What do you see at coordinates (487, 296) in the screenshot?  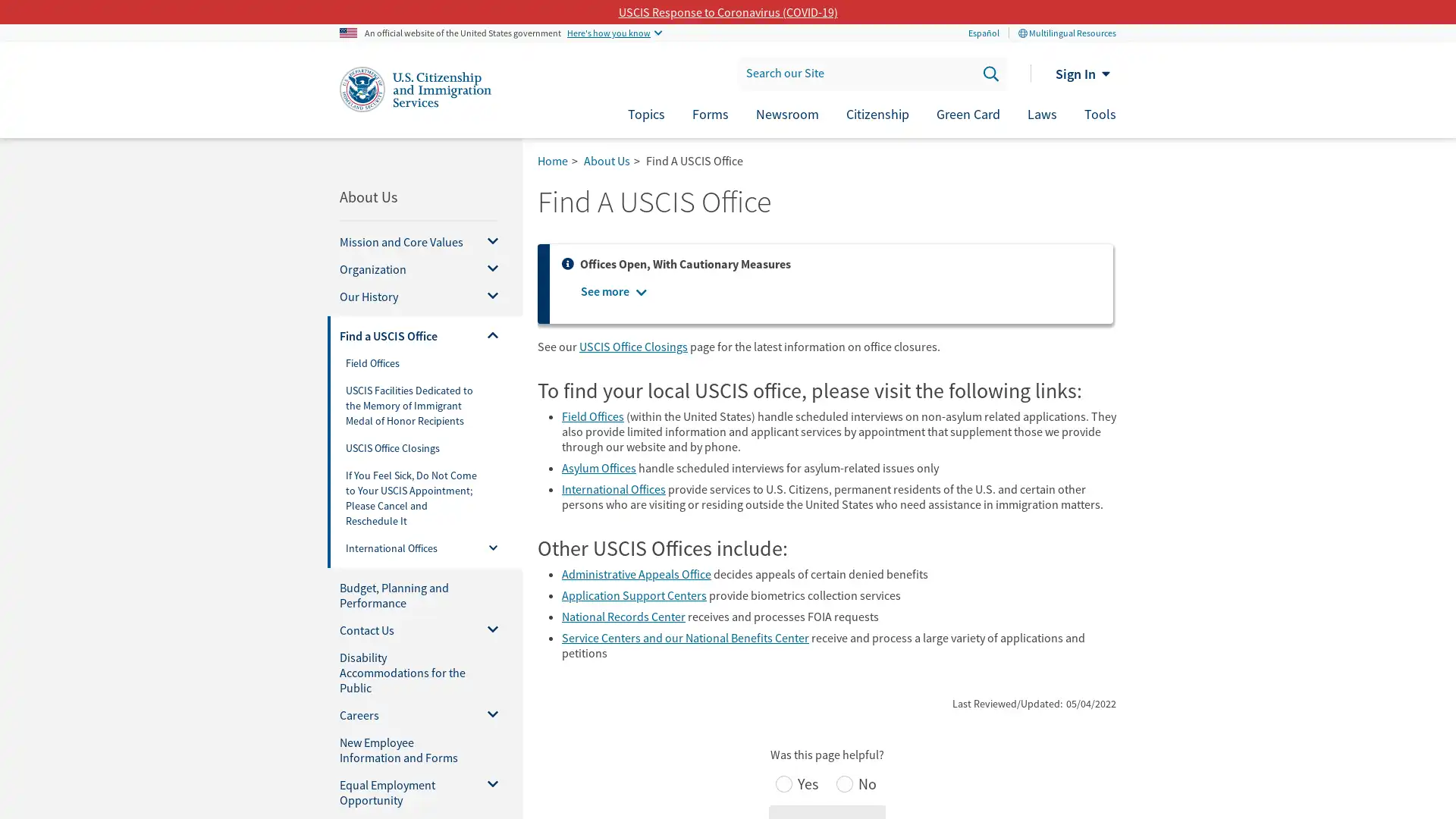 I see `Toggle menu for Our History` at bounding box center [487, 296].